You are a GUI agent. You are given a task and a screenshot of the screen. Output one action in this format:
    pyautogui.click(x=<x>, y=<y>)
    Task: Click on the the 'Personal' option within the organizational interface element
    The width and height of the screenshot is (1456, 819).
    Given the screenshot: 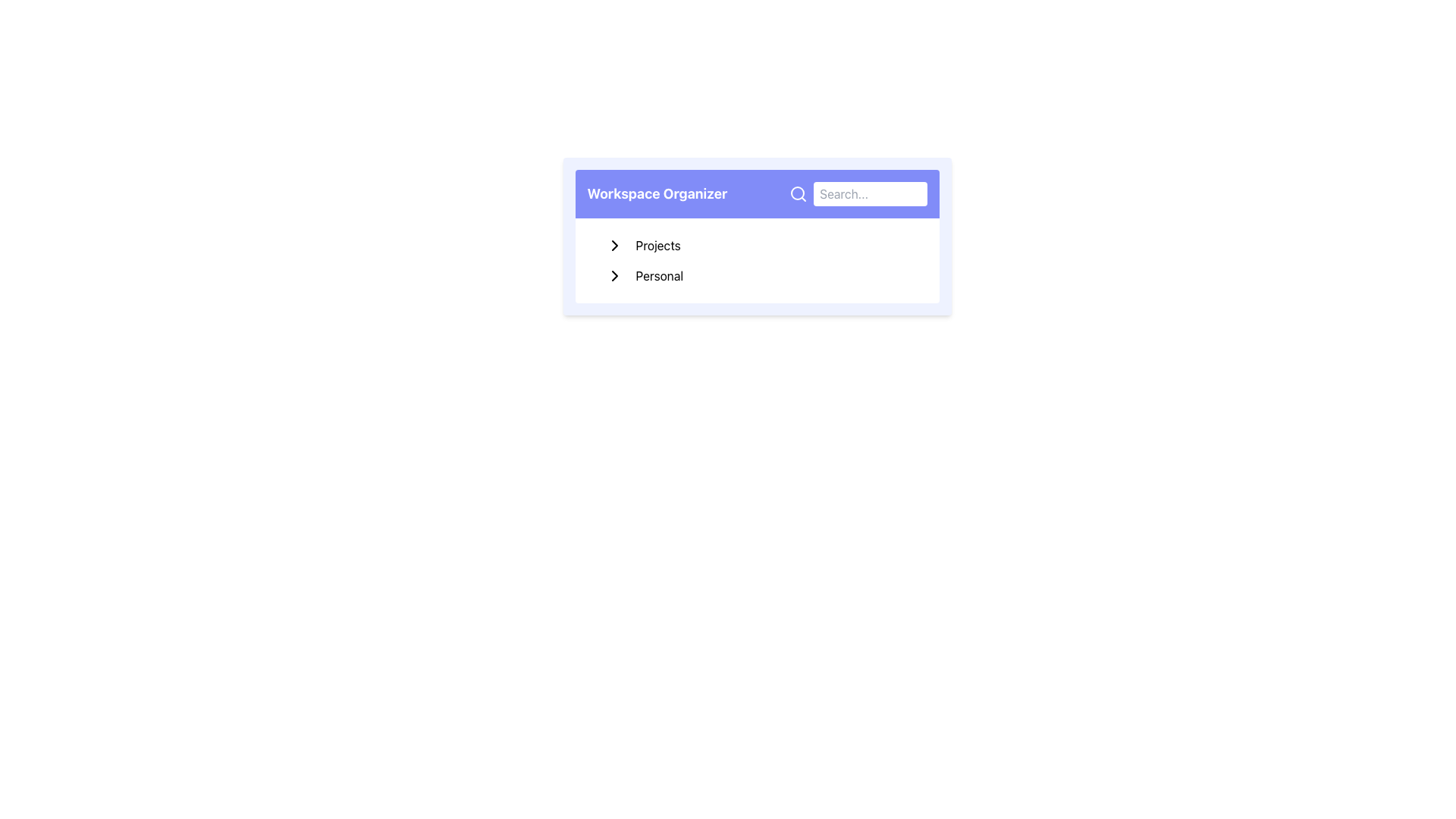 What is the action you would take?
    pyautogui.click(x=757, y=237)
    